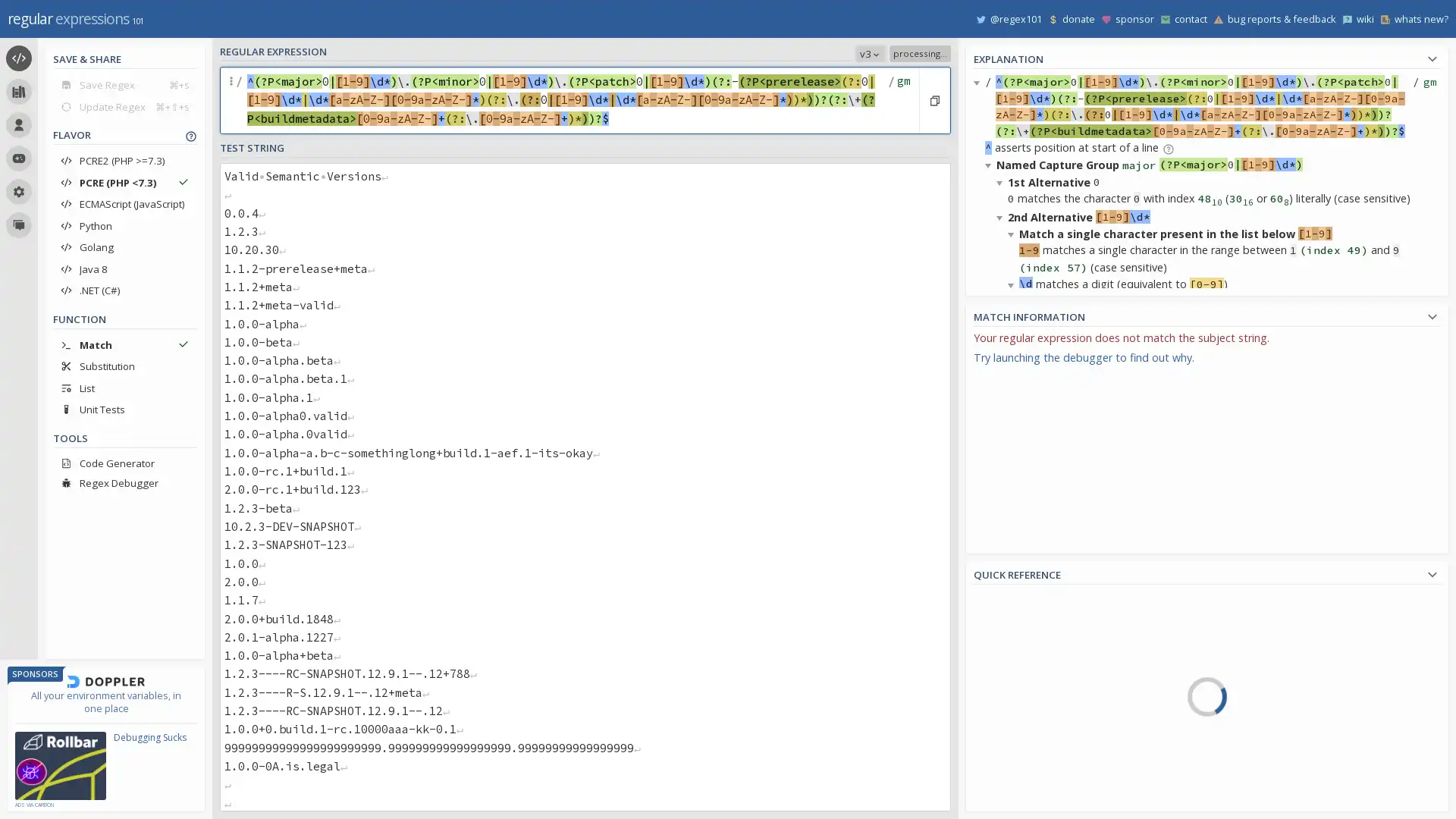 The height and width of the screenshot is (819, 1456). I want to click on Group minor, so click(1014, 528).